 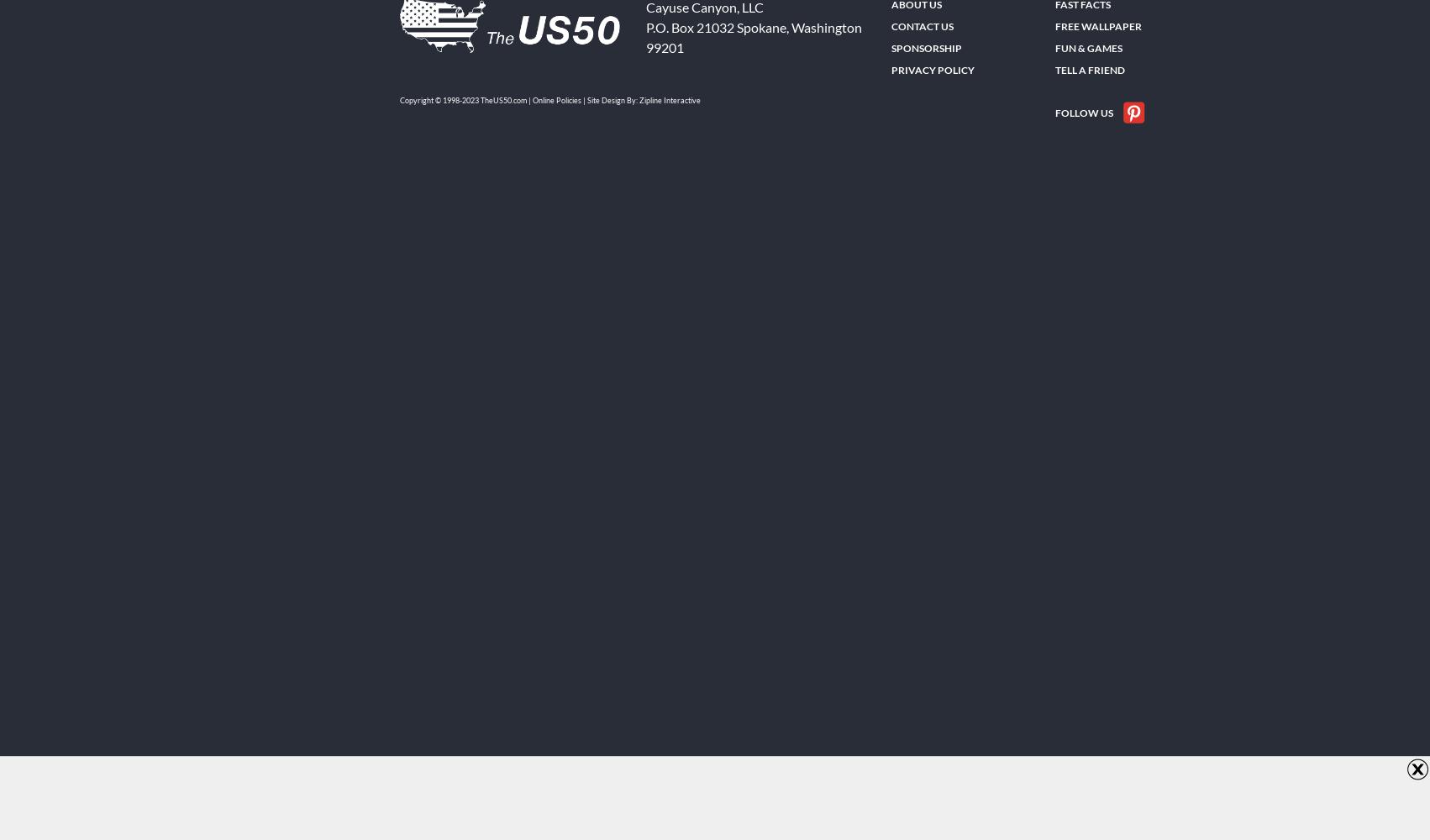 What do you see at coordinates (921, 26) in the screenshot?
I see `'Contact Us'` at bounding box center [921, 26].